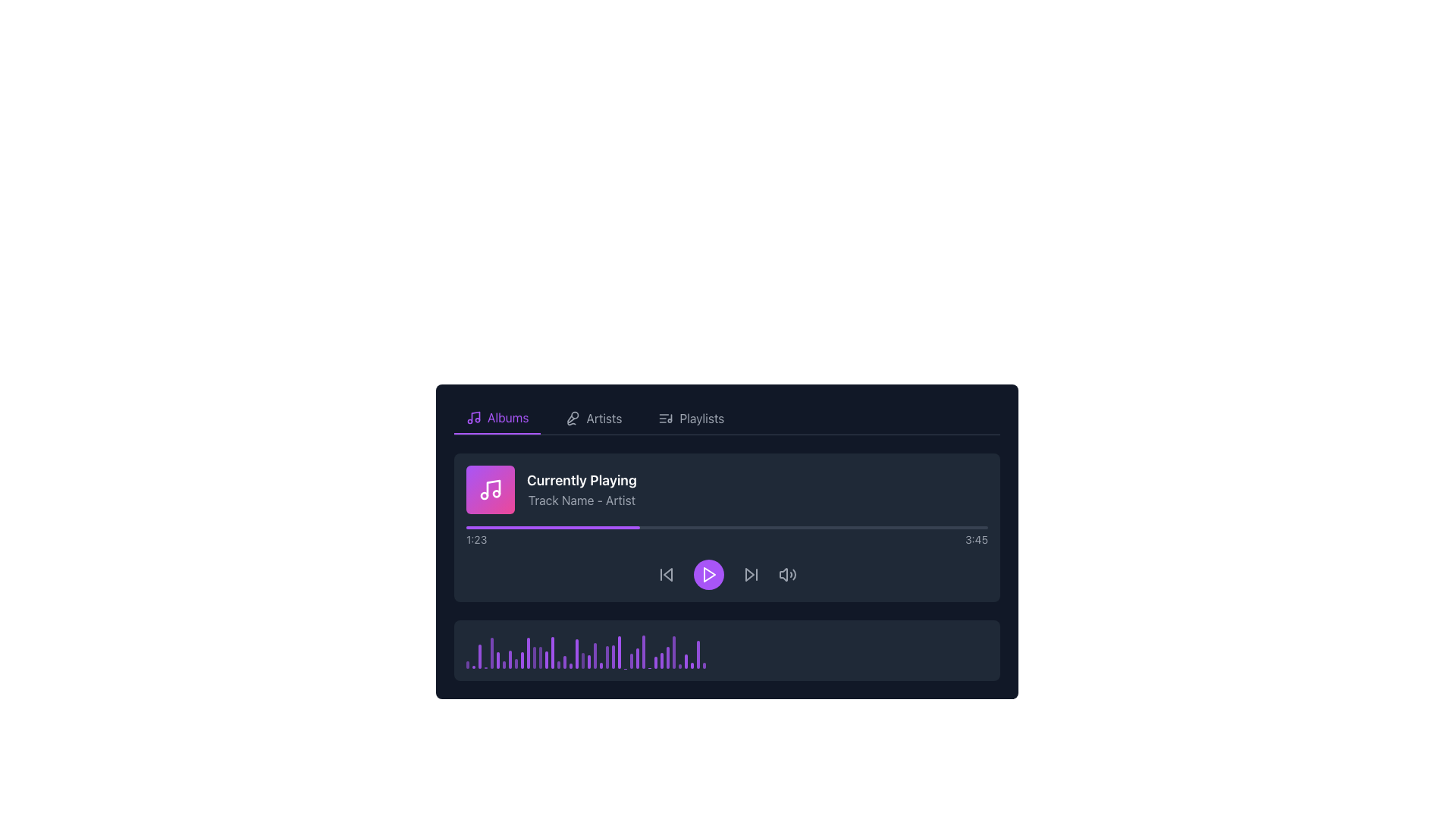 The width and height of the screenshot is (1456, 819). I want to click on the vertical purple bar in the music player interface, which is styled to indicate a volume or frequency level and is approximately three slots from the right among a total of around 50 bars, so click(607, 656).